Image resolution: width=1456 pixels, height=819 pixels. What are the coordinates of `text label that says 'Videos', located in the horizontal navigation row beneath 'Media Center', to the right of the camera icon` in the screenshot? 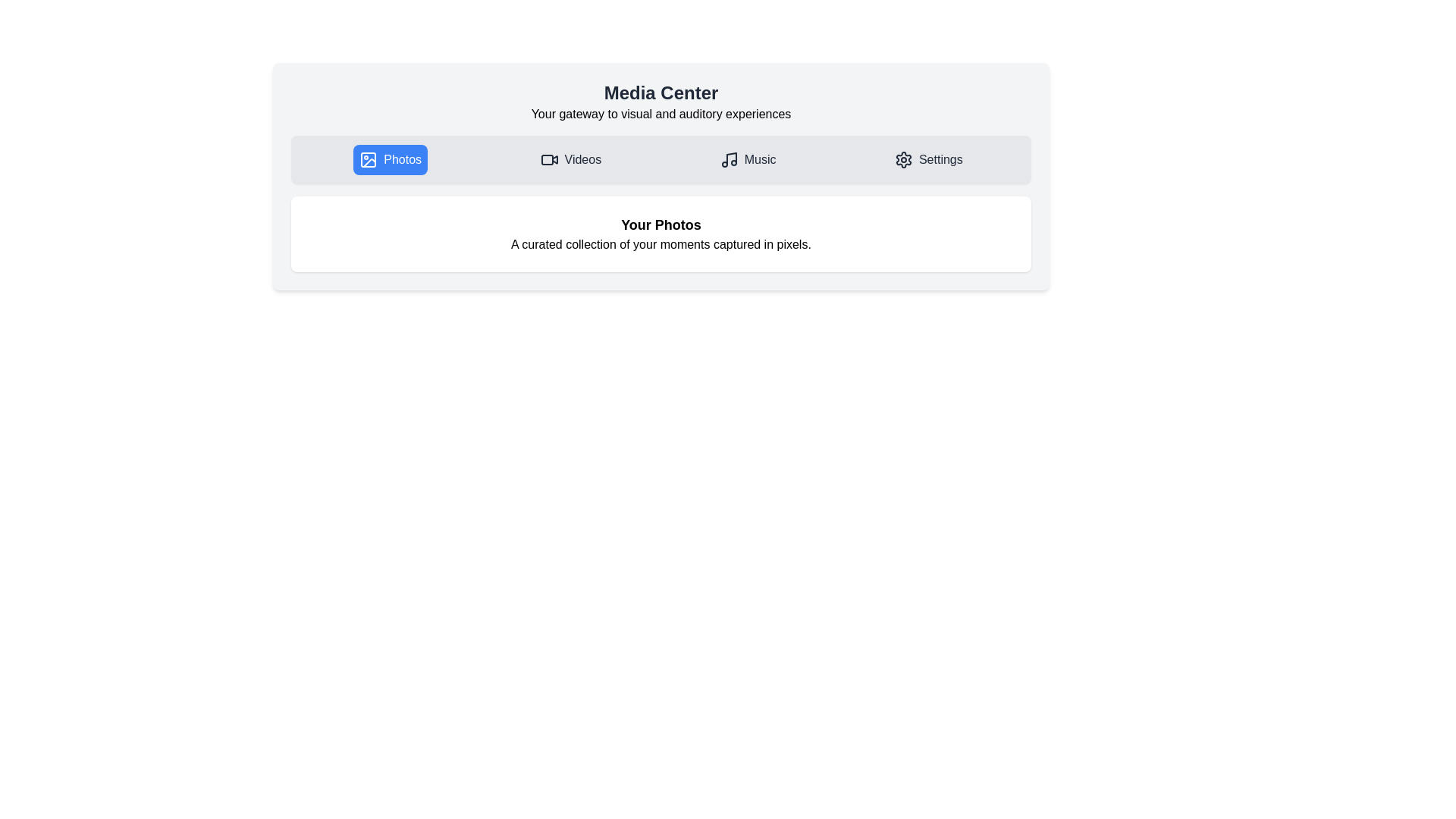 It's located at (582, 160).